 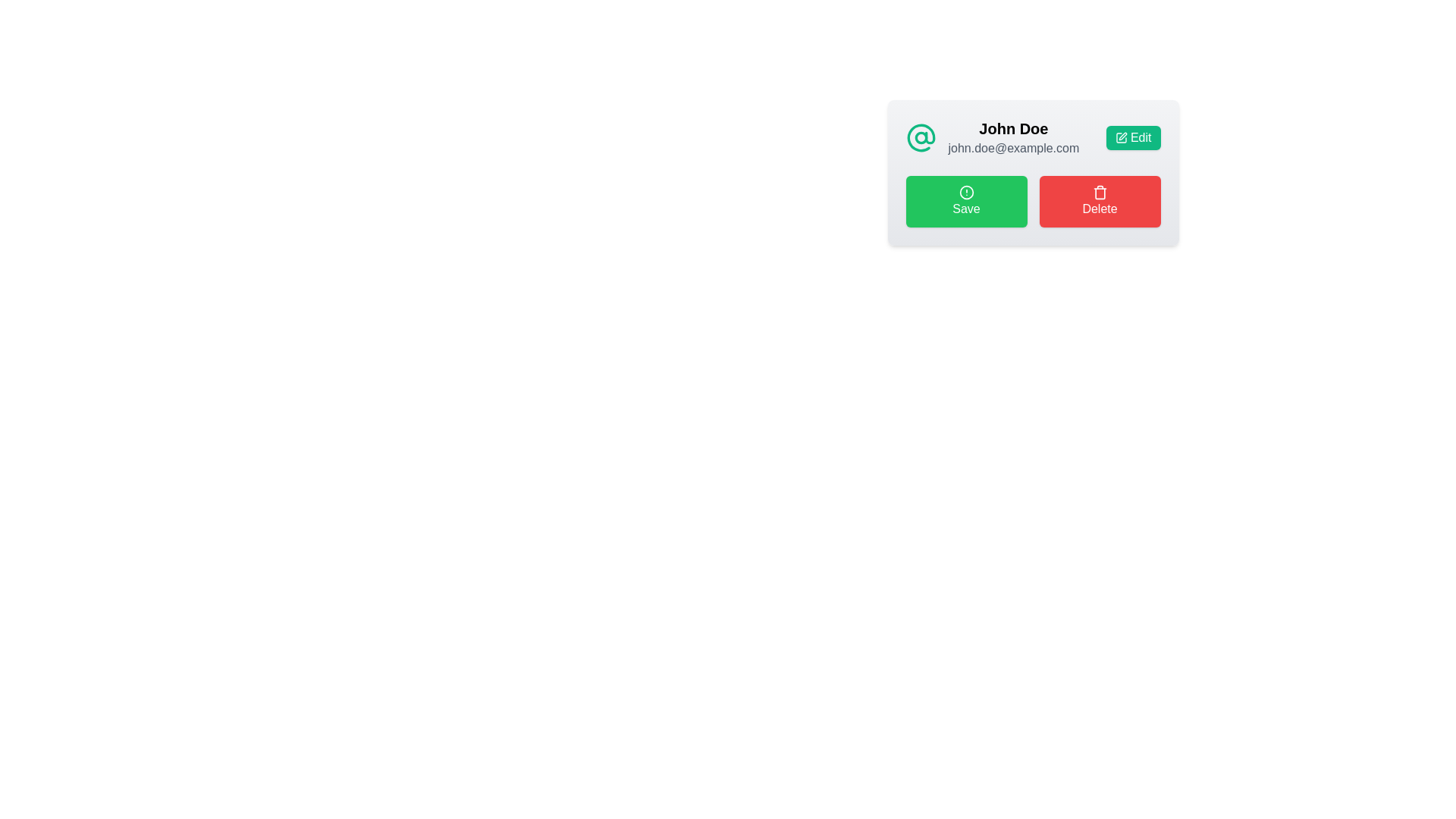 I want to click on the at-sign icon with a green outline located in the profile card section, adjacent to the user name 'John Doe' and email address, so click(x=920, y=137).